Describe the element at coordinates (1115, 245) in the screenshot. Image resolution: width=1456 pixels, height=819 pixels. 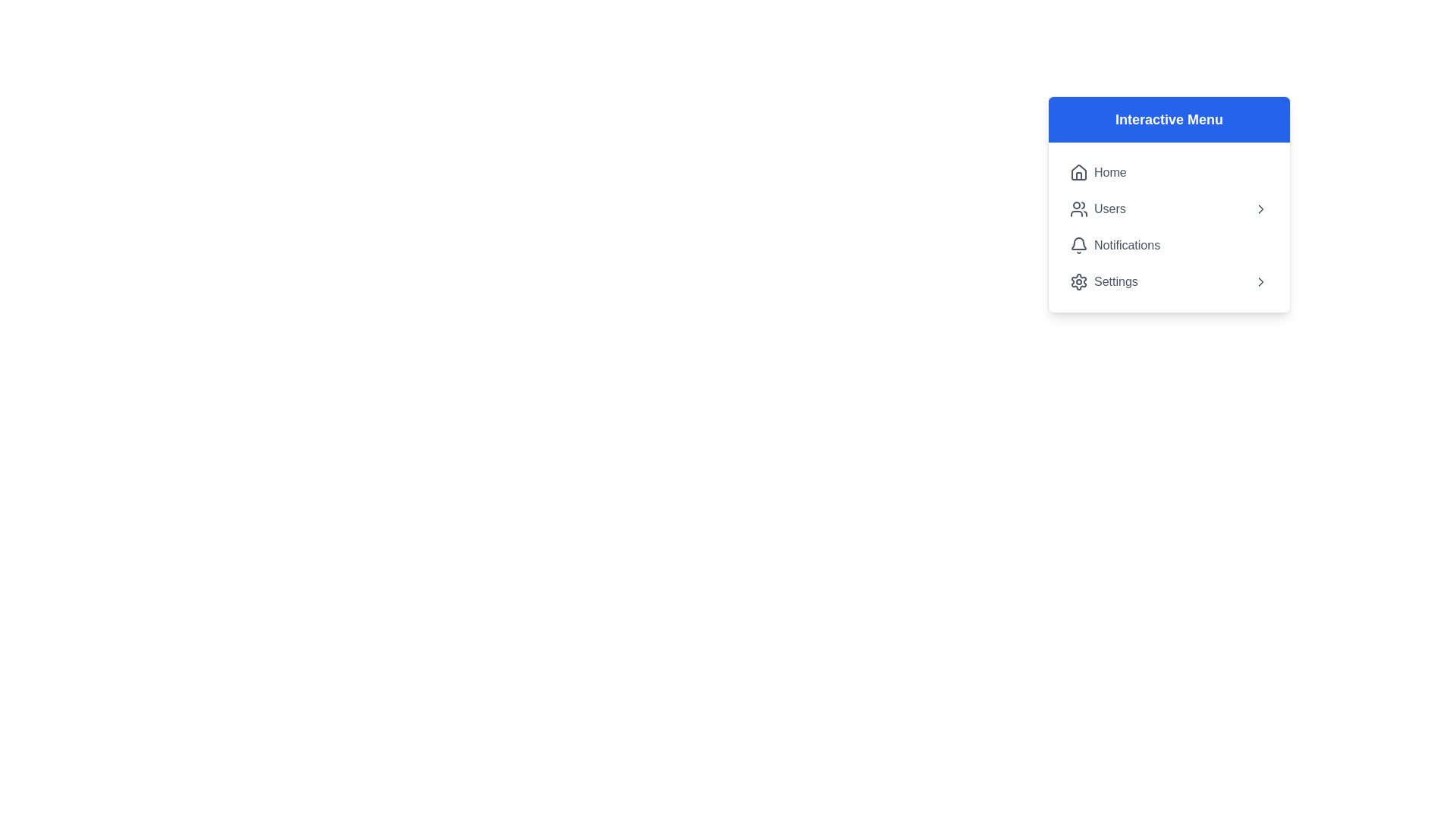
I see `the 'Notifications' menu list item, which is located between the 'Users' and 'Settings' list items in the sidebar menu` at that location.